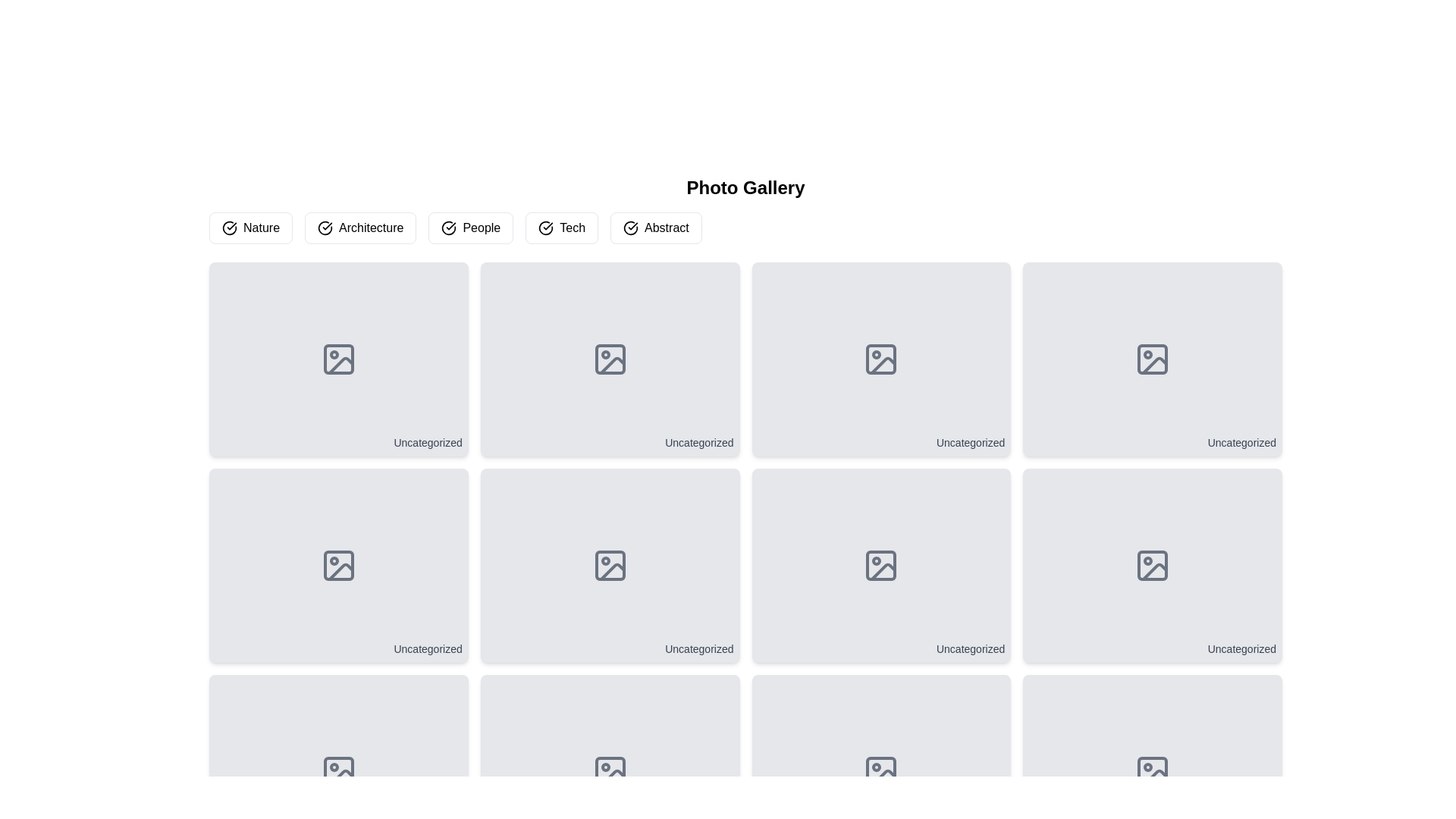  Describe the element at coordinates (1153, 772) in the screenshot. I see `the small rectangle with rounded corners located at the bottom right of the image placeholder icon, which is a decorative non-interactive element` at that location.